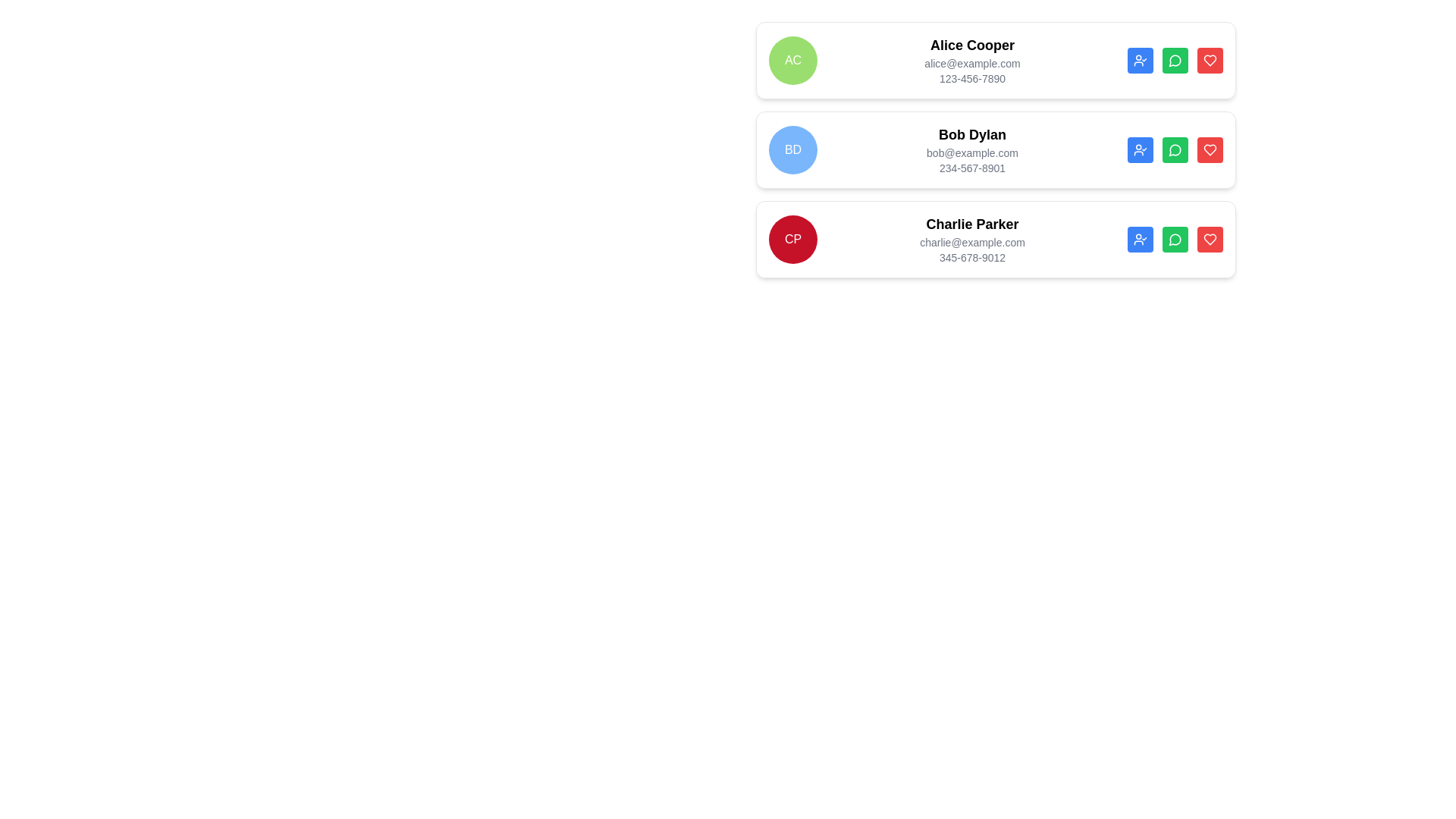 The image size is (1456, 819). Describe the element at coordinates (1140, 149) in the screenshot. I see `the user confirmation icon (blue background with a white checkmark) located in the first action button next to 'Bob Dylan' in the actions section of the second list item` at that location.